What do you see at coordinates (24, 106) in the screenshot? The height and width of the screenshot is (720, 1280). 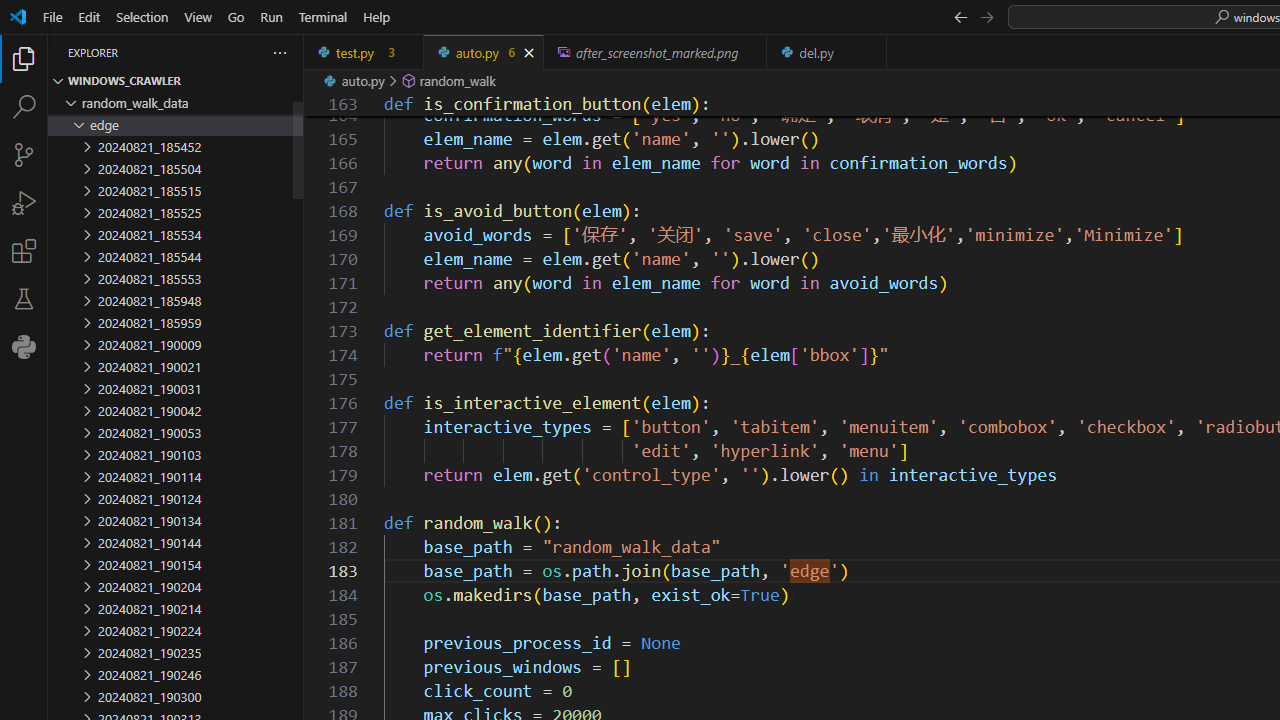 I see `'Search (Ctrl+Shift+F)'` at bounding box center [24, 106].